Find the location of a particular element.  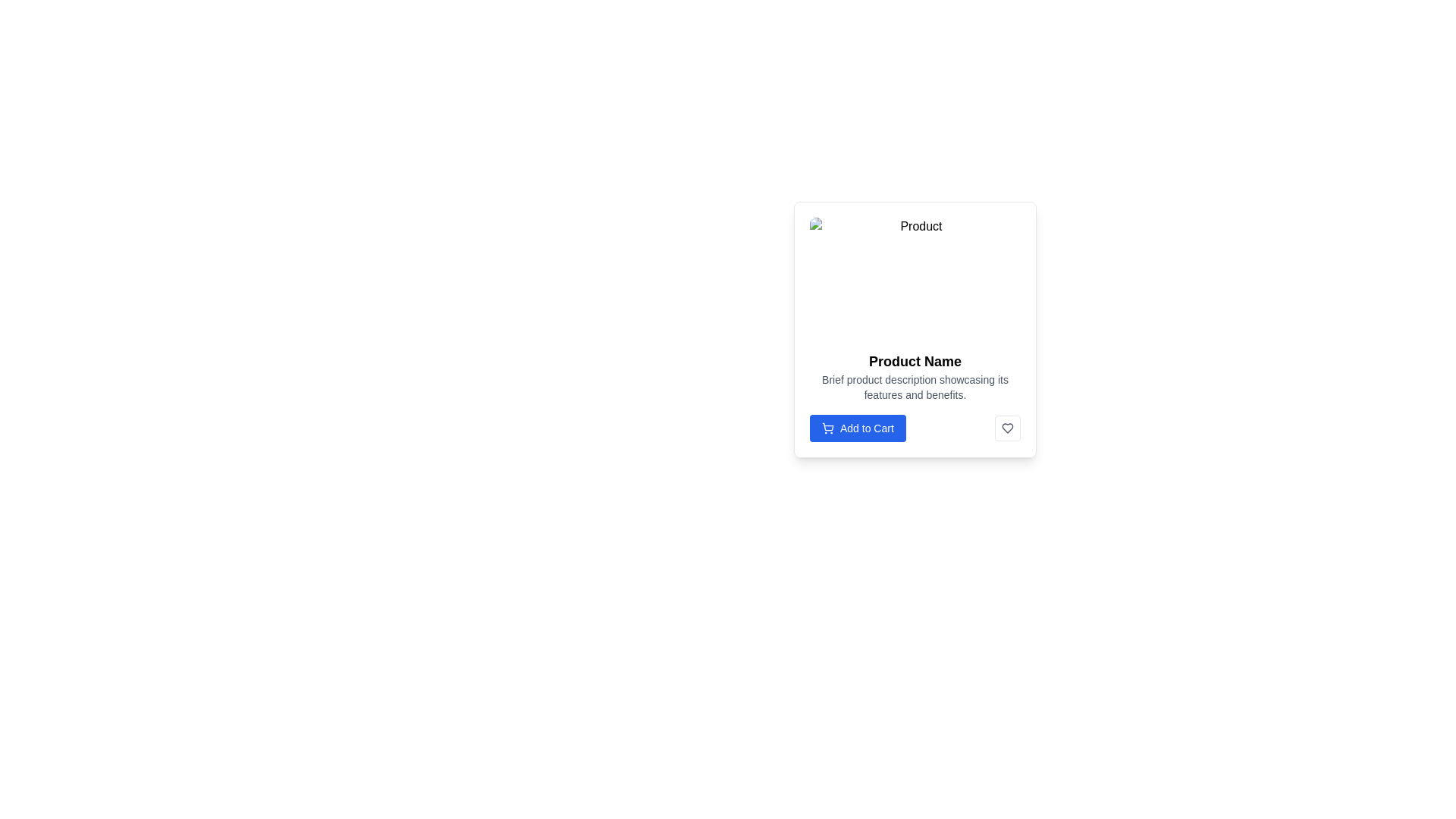

bold text label displaying 'Product Name' which is positioned above the product description and 'Add to Cart' button is located at coordinates (914, 362).